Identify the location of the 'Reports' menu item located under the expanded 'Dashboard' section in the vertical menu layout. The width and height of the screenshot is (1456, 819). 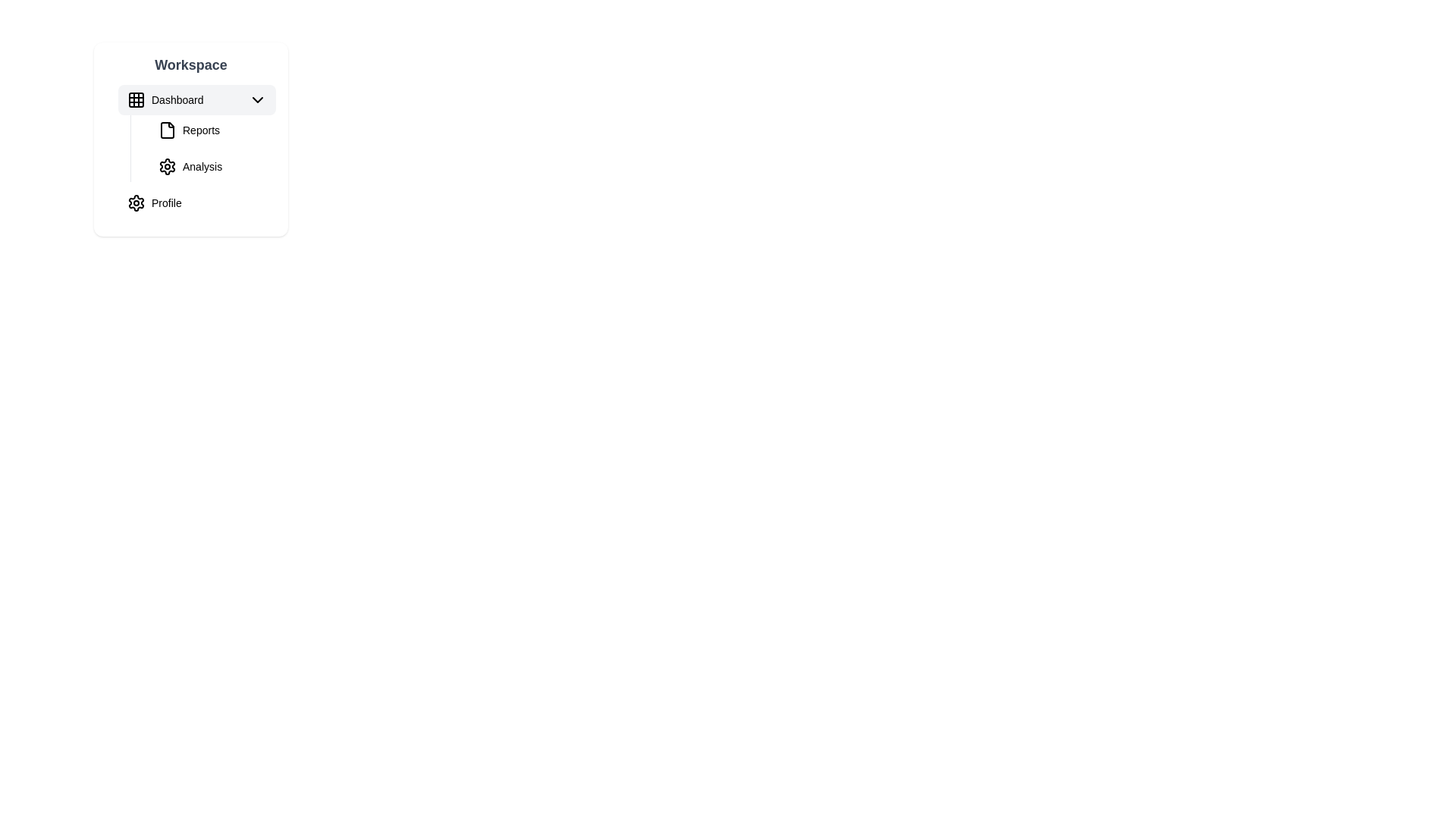
(196, 133).